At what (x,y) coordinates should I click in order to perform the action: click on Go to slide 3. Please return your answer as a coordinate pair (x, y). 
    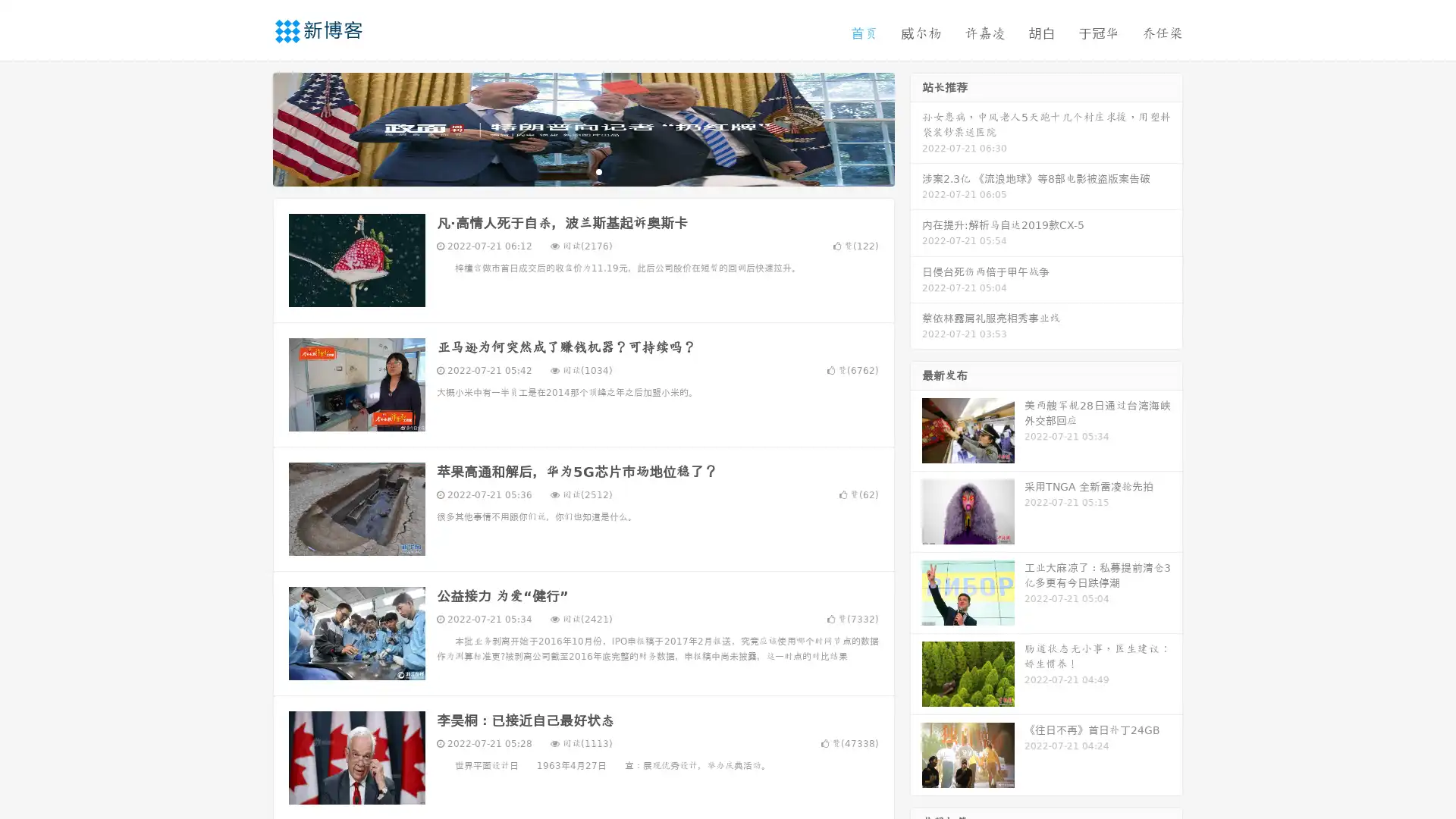
    Looking at the image, I should click on (598, 171).